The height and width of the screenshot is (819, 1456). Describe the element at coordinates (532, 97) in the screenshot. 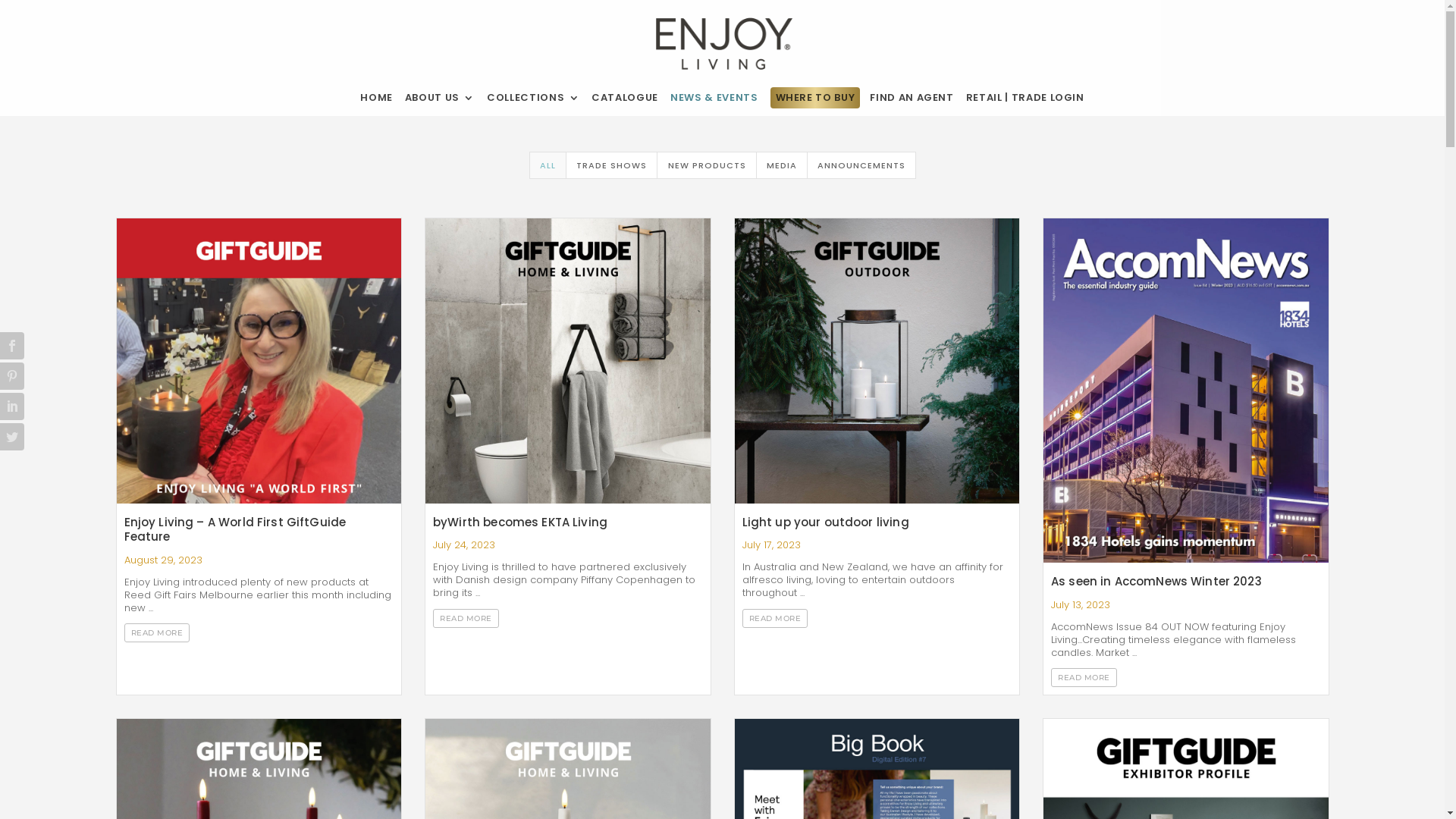

I see `'COLLECTIONS'` at that location.